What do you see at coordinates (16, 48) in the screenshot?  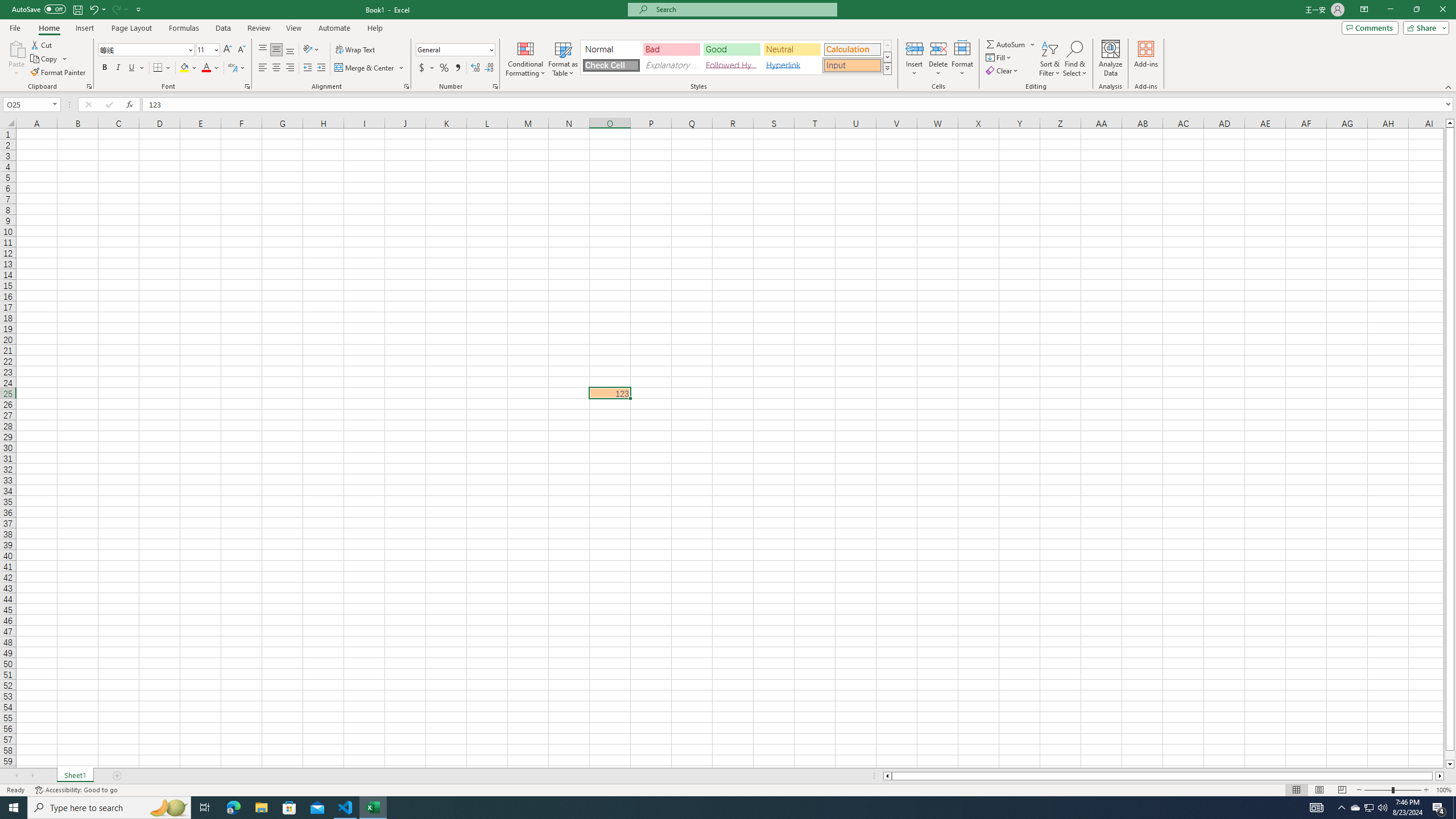 I see `'Paste'` at bounding box center [16, 48].